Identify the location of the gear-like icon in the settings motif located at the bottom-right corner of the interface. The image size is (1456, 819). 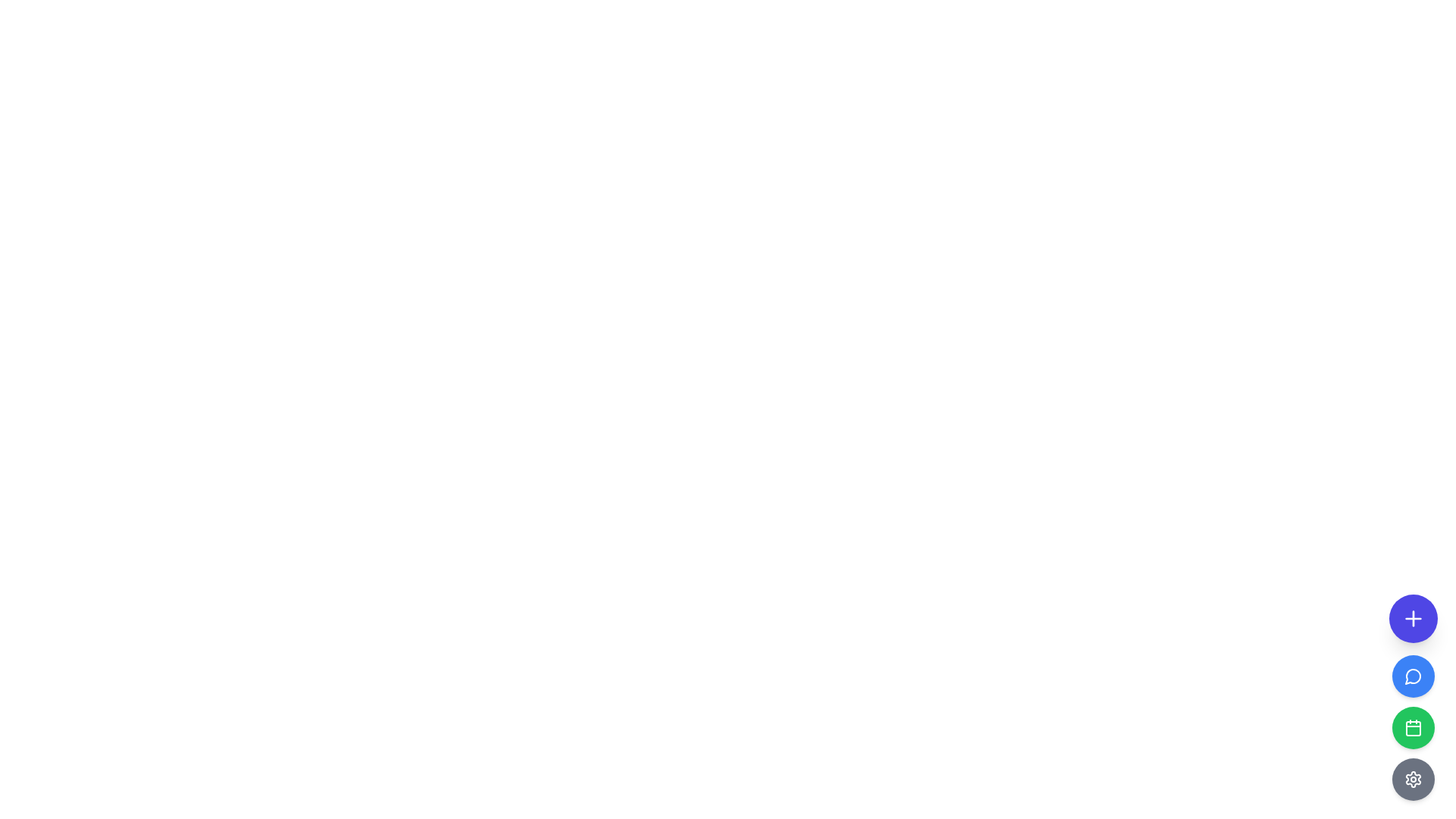
(1412, 780).